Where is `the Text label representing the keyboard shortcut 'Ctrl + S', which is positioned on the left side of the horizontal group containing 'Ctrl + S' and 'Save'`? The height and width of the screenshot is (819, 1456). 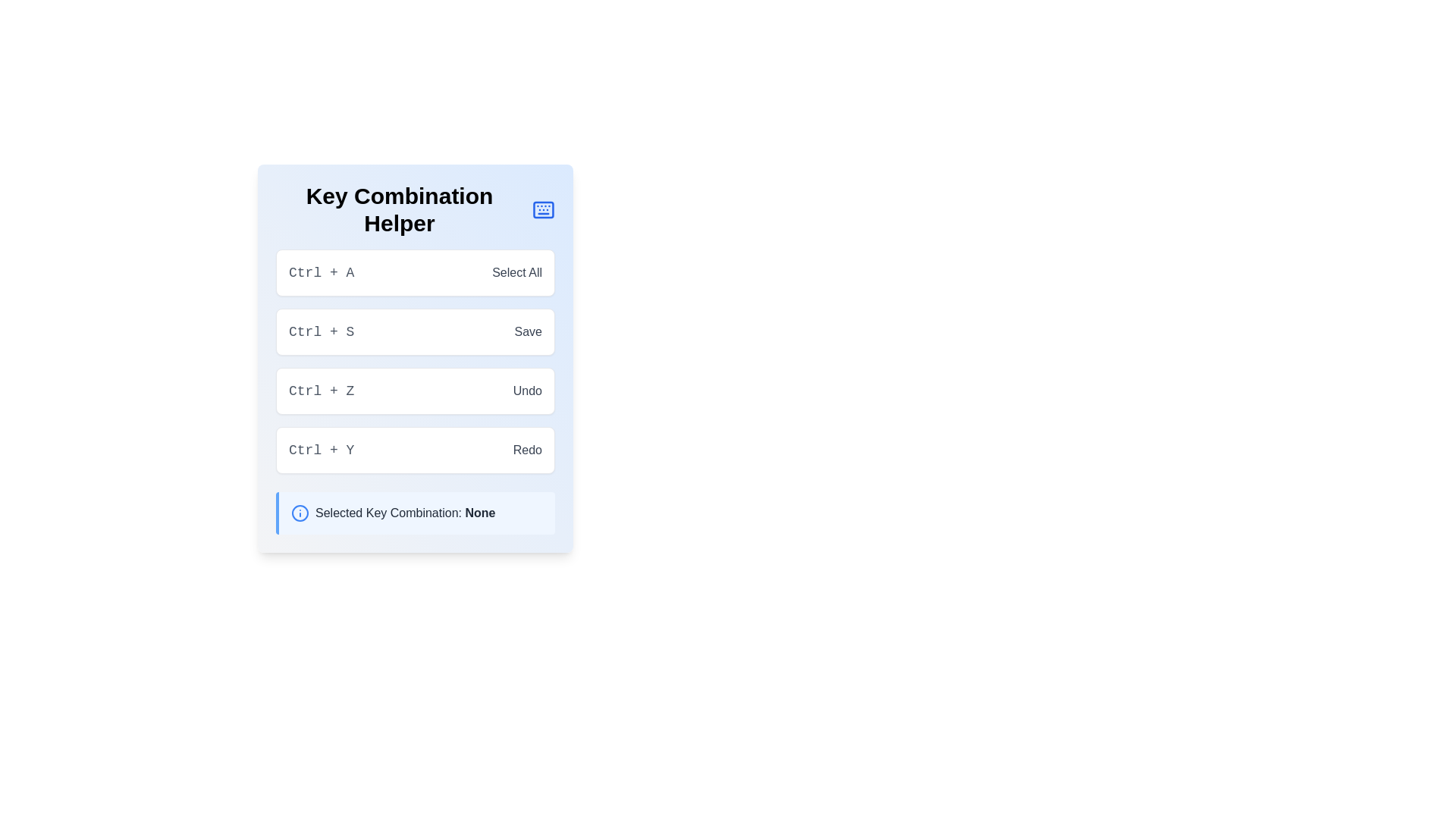 the Text label representing the keyboard shortcut 'Ctrl + S', which is positioned on the left side of the horizontal group containing 'Ctrl + S' and 'Save' is located at coordinates (321, 331).